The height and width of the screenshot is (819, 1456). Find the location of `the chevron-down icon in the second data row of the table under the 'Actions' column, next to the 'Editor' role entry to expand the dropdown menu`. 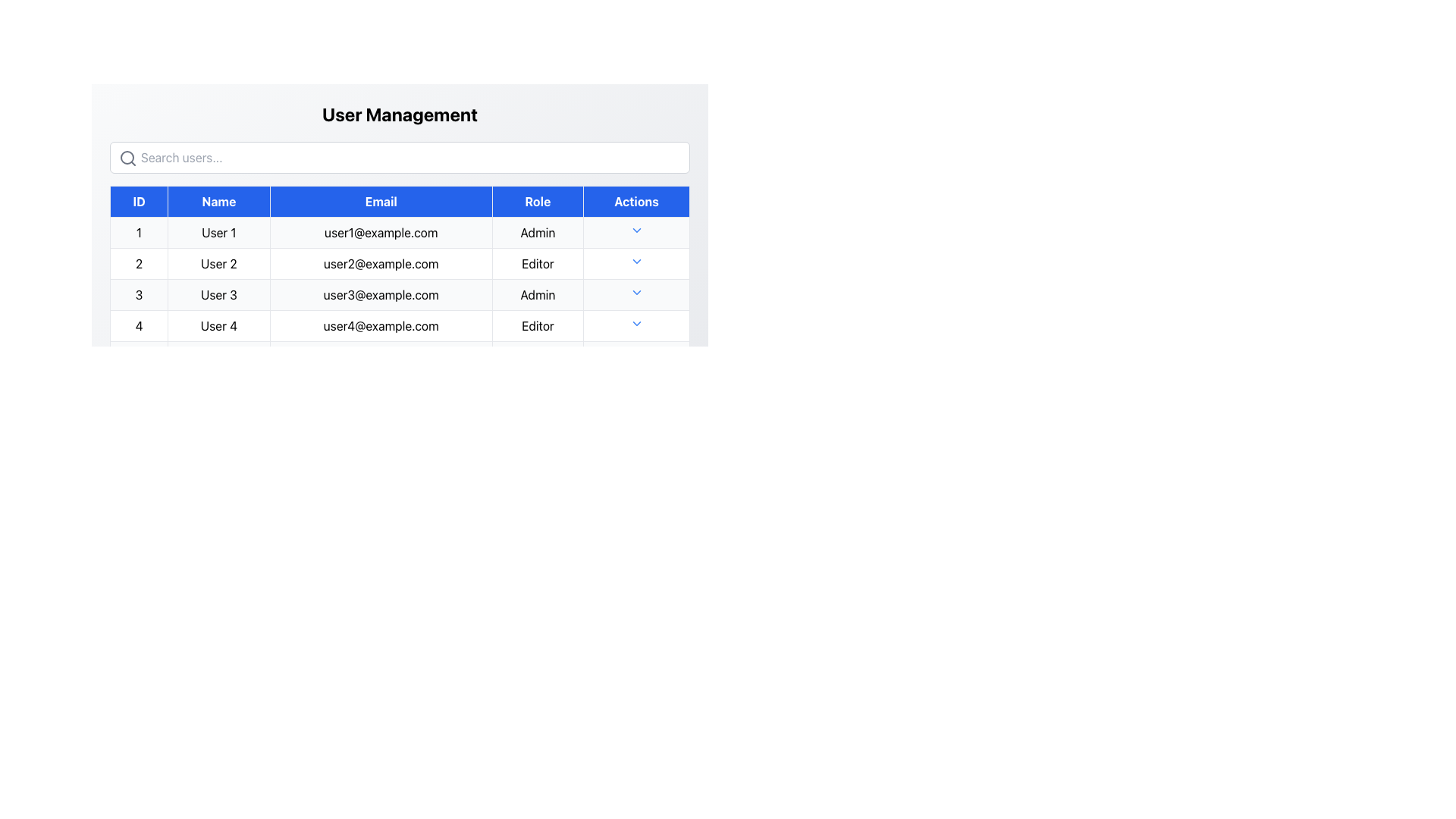

the chevron-down icon in the second data row of the table under the 'Actions' column, next to the 'Editor' role entry to expand the dropdown menu is located at coordinates (636, 260).